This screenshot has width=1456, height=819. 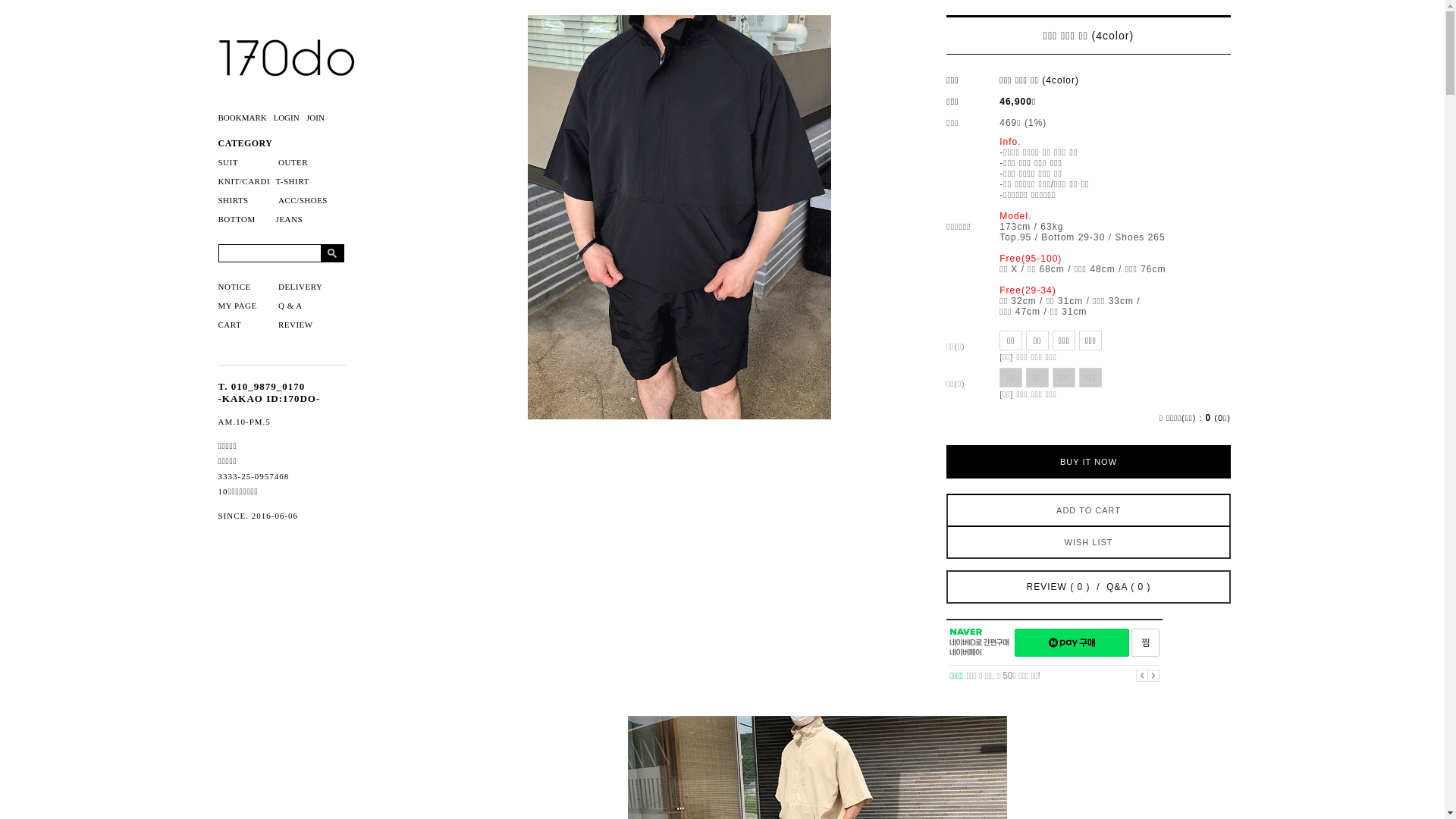 What do you see at coordinates (316, 116) in the screenshot?
I see `'JOIN'` at bounding box center [316, 116].